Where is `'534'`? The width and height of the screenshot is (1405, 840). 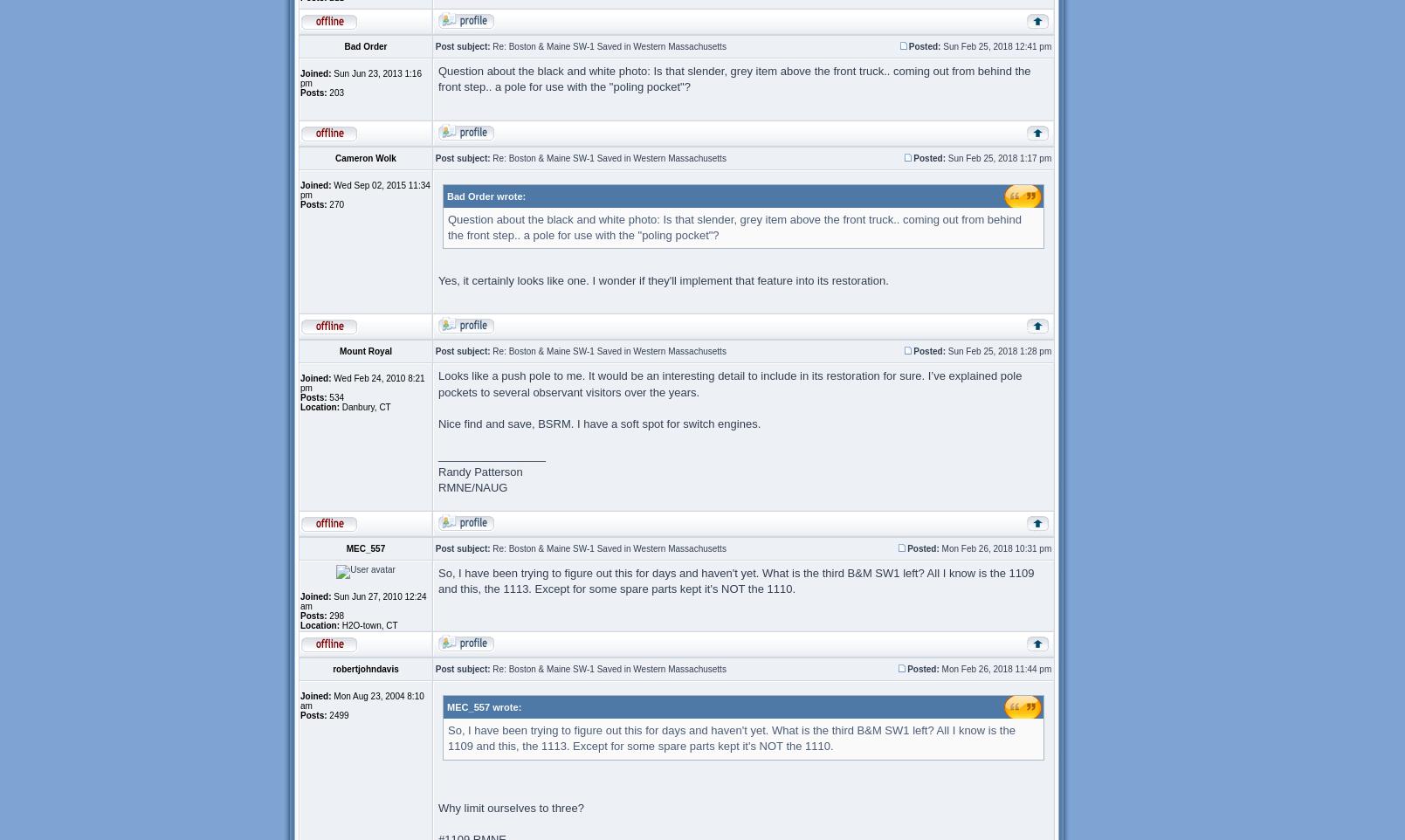 '534' is located at coordinates (334, 397).